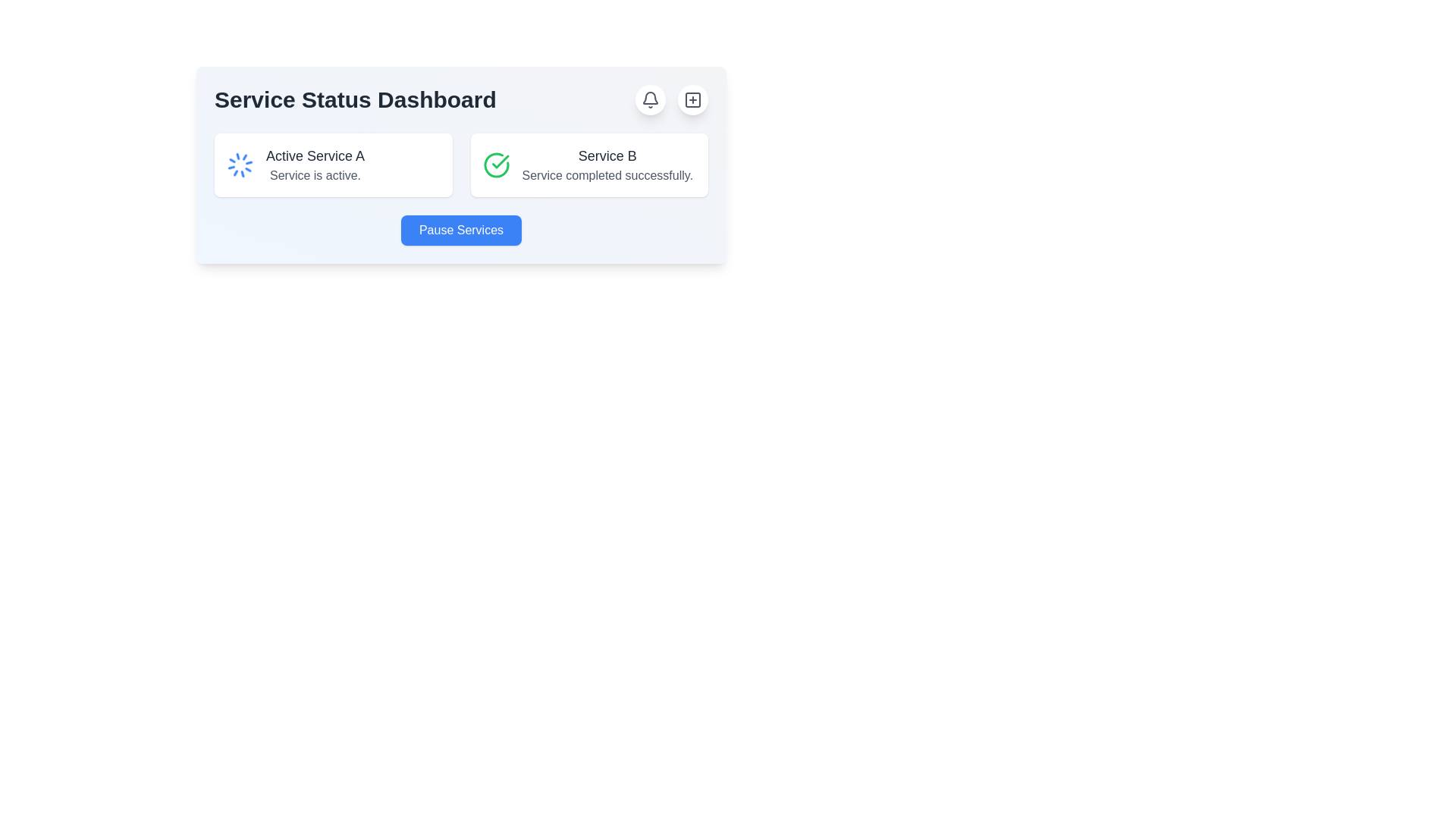 This screenshot has width=1456, height=819. What do you see at coordinates (651, 99) in the screenshot?
I see `the bell icon in the top-right corner of the dashboard` at bounding box center [651, 99].